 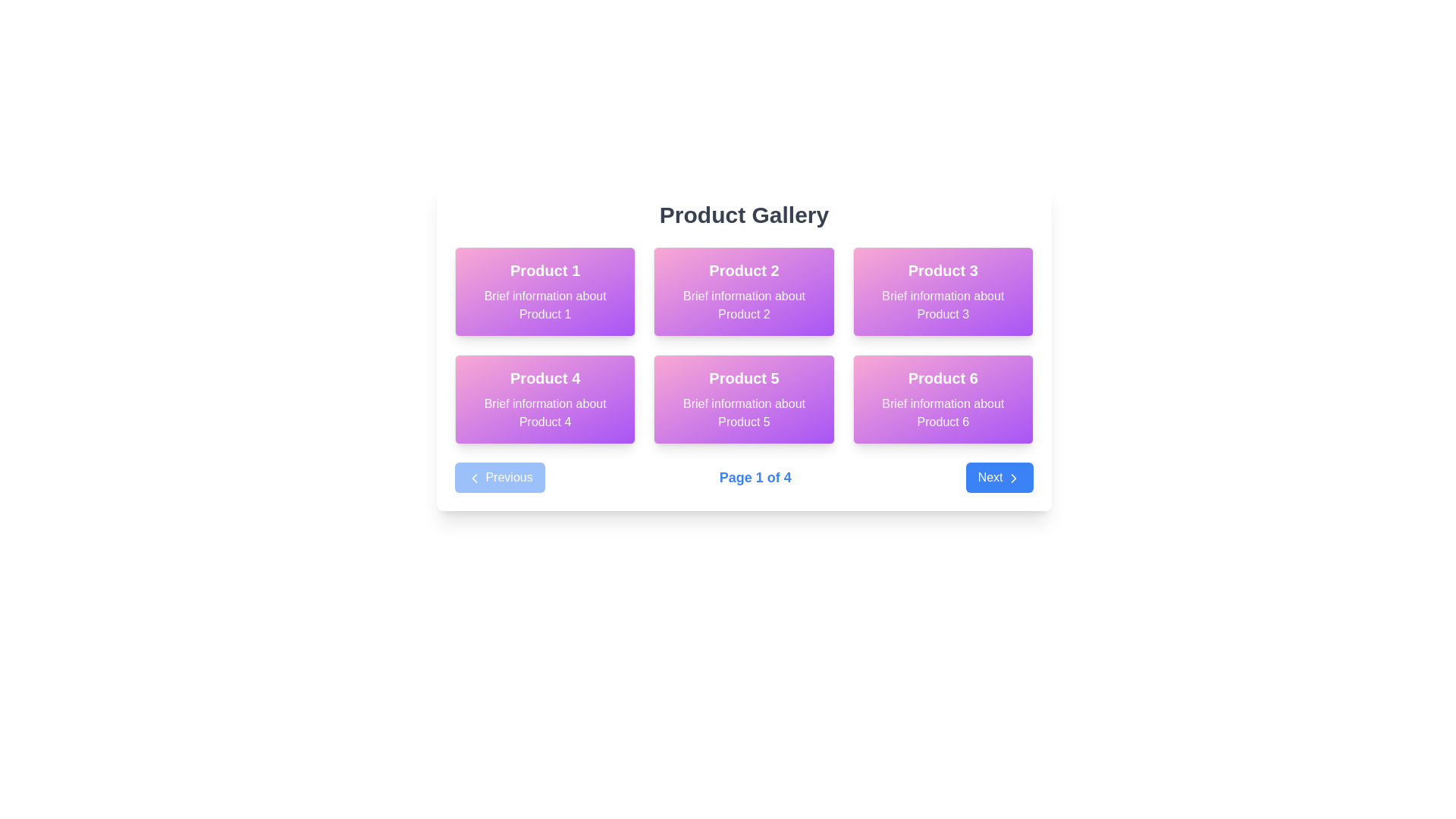 I want to click on the text element labeled 'Product 2' which is prominently displayed in a bold, large font on a gradient-colored rectangular card transitioning from pink to purple, located in the second column of the upper row of a 3x2 grid layout, so click(x=744, y=270).